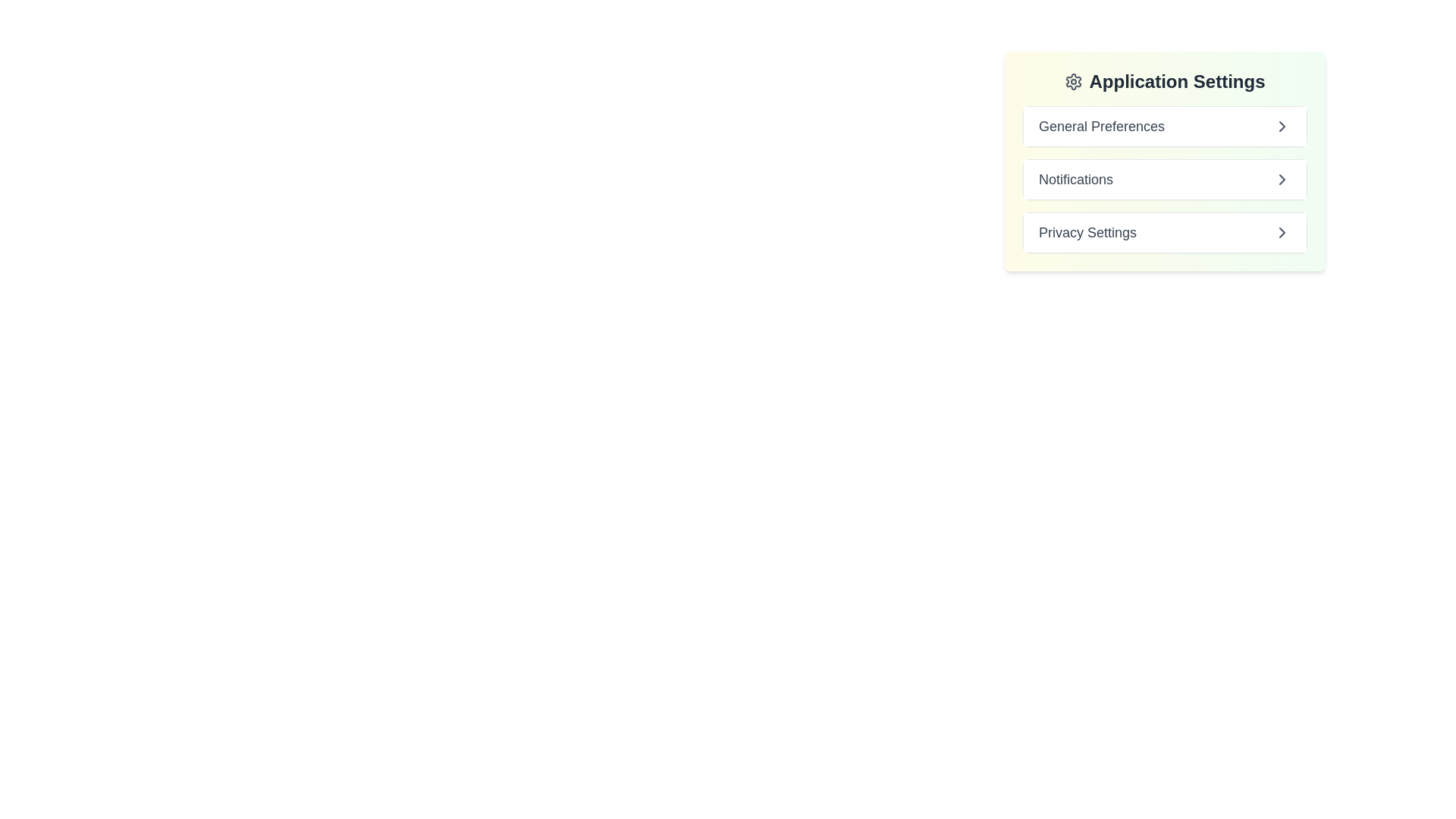 The image size is (1456, 819). Describe the element at coordinates (1087, 233) in the screenshot. I see `text of the 'Privacy Settings' title label in the Application Settings menu, which is positioned below 'Notifications'` at that location.